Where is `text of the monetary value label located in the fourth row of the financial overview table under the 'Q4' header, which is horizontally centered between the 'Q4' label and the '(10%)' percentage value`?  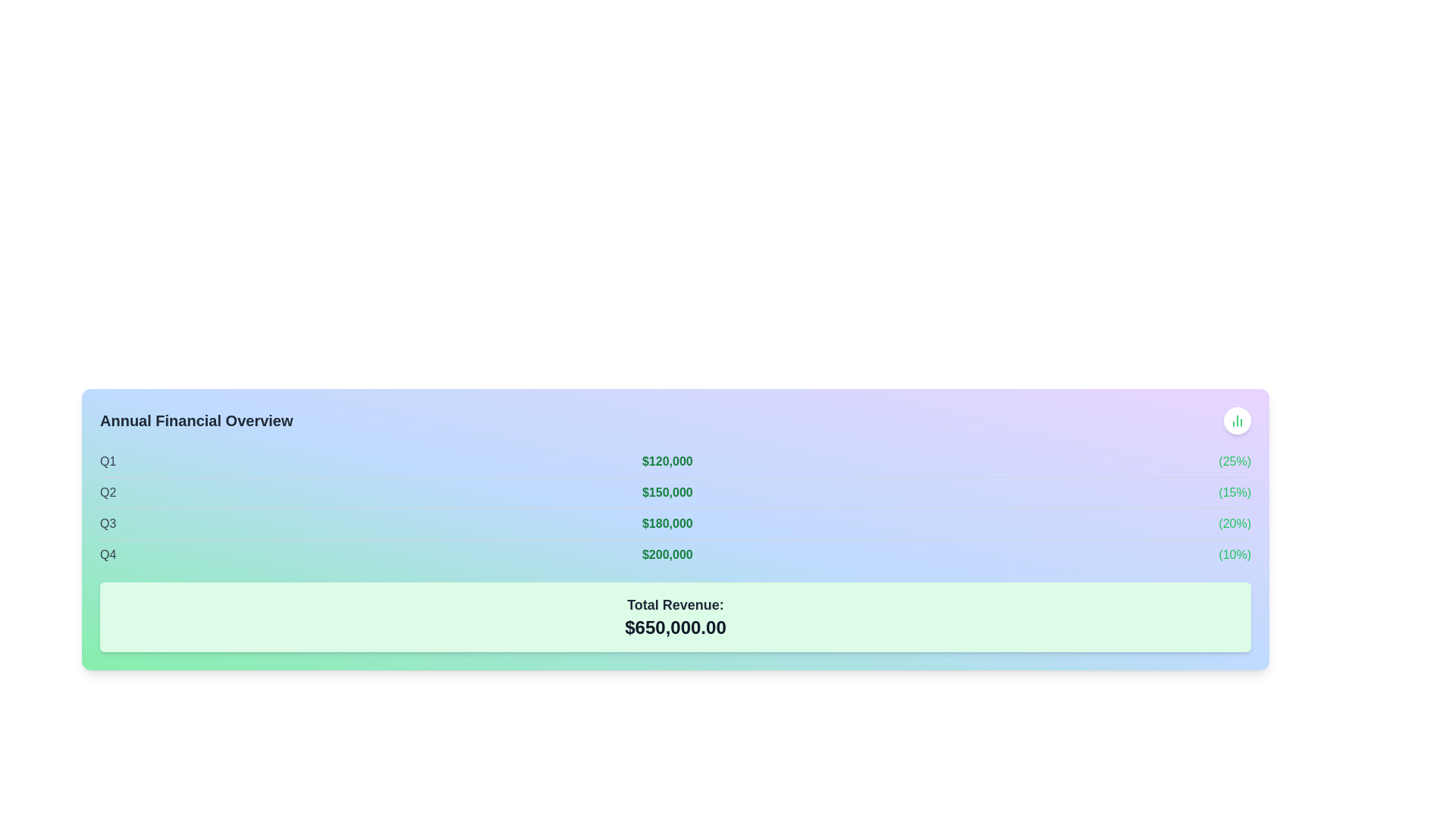 text of the monetary value label located in the fourth row of the financial overview table under the 'Q4' header, which is horizontally centered between the 'Q4' label and the '(10%)' percentage value is located at coordinates (667, 555).